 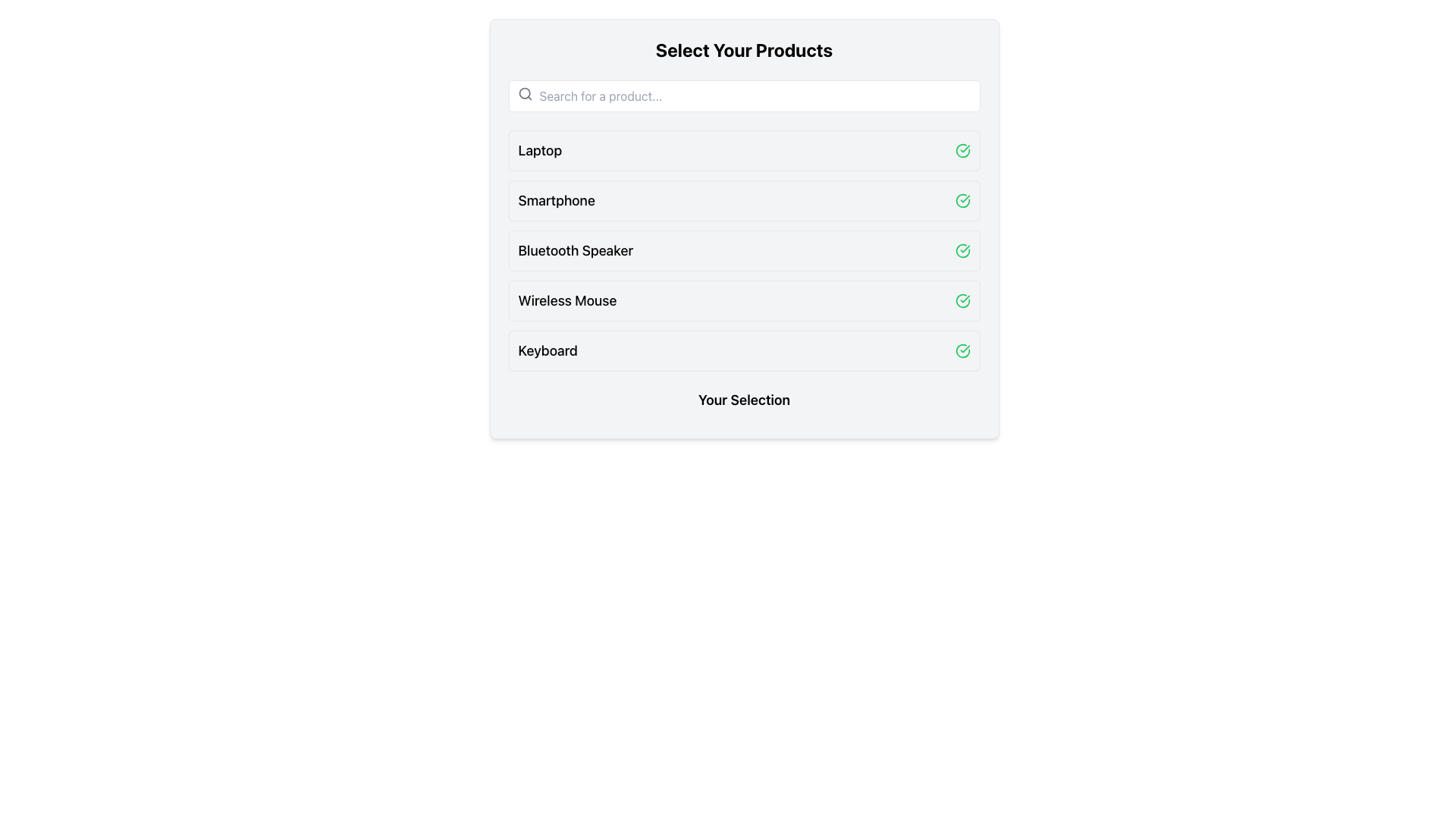 What do you see at coordinates (962, 250) in the screenshot?
I see `the circular icon with a green outline and checkmark symbol, located to the right of the 'Bluetooth Speaker' text` at bounding box center [962, 250].